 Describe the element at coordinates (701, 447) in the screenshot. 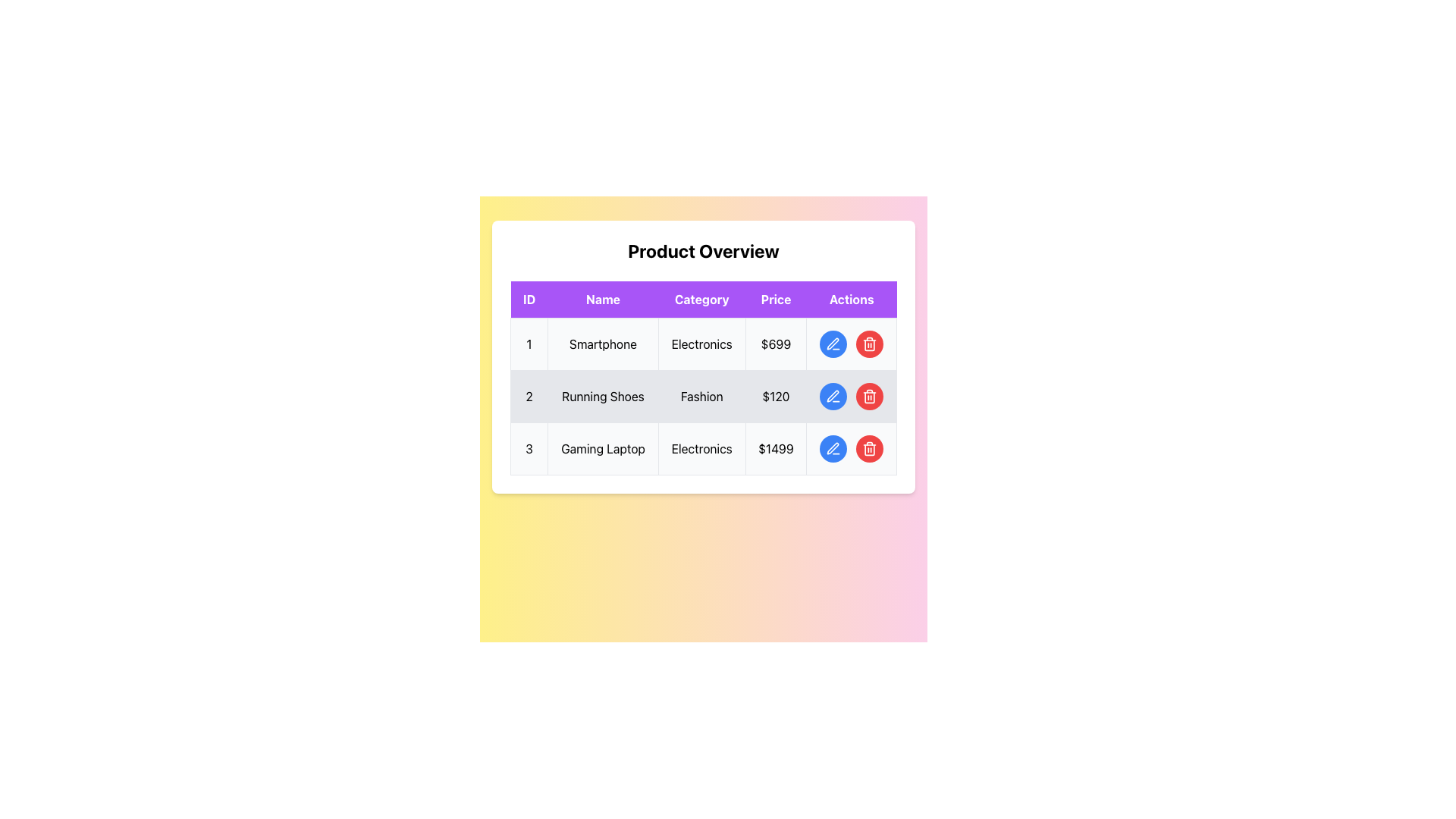

I see `the 'Electronics' text label in the 'Category' column of the third row of the table, which displays black text on a light background` at that location.